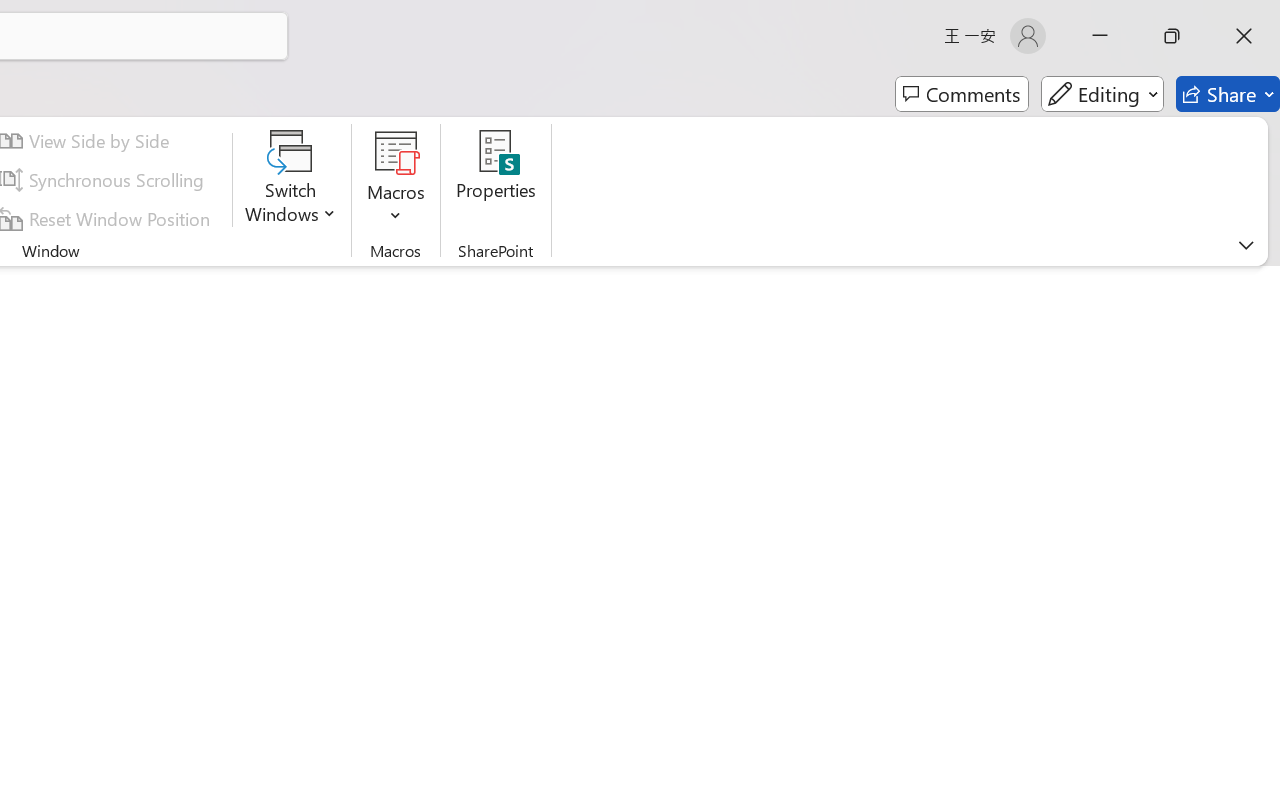  What do you see at coordinates (396, 179) in the screenshot?
I see `'Macros'` at bounding box center [396, 179].